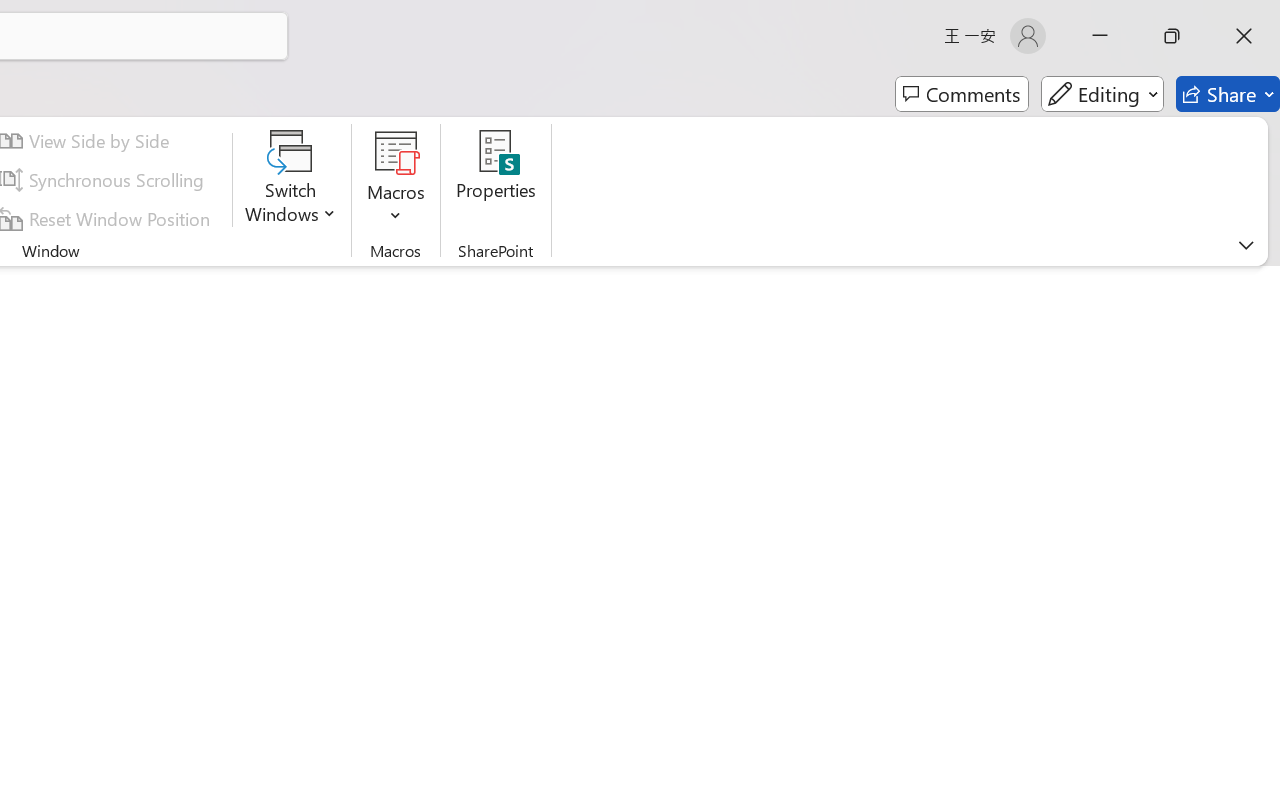  What do you see at coordinates (396, 179) in the screenshot?
I see `'Macros'` at bounding box center [396, 179].